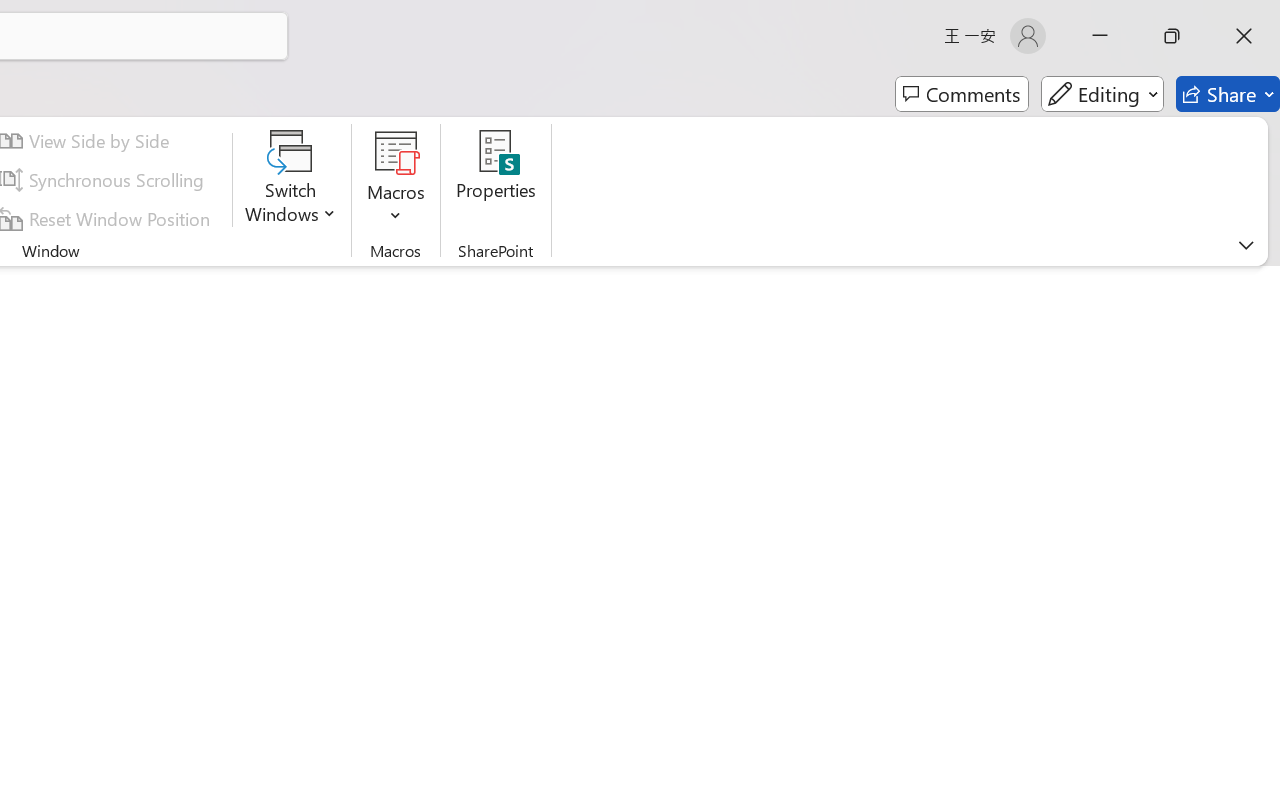  What do you see at coordinates (396, 179) in the screenshot?
I see `'Macros'` at bounding box center [396, 179].